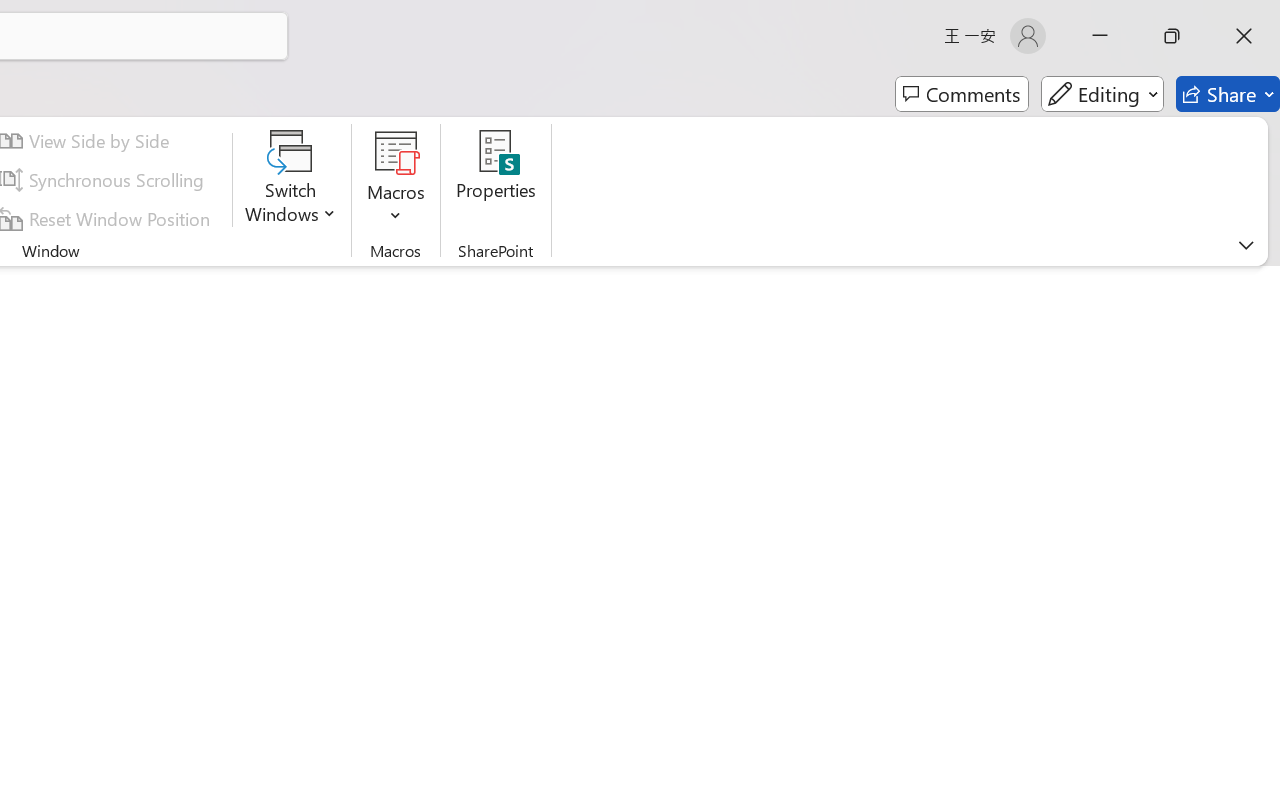  What do you see at coordinates (396, 179) in the screenshot?
I see `'Macros'` at bounding box center [396, 179].